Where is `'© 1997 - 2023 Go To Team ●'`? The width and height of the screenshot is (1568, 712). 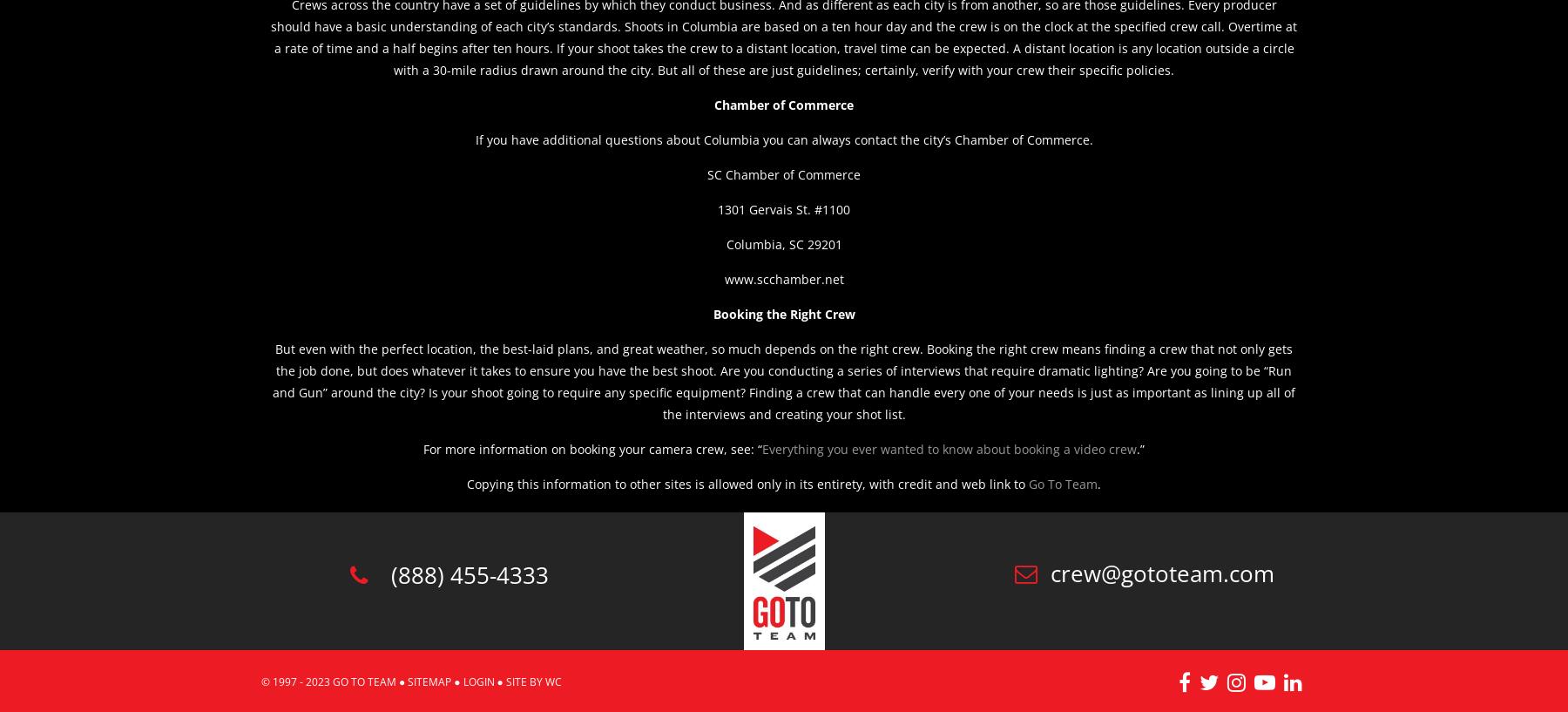 '© 1997 - 2023 Go To Team ●' is located at coordinates (260, 681).